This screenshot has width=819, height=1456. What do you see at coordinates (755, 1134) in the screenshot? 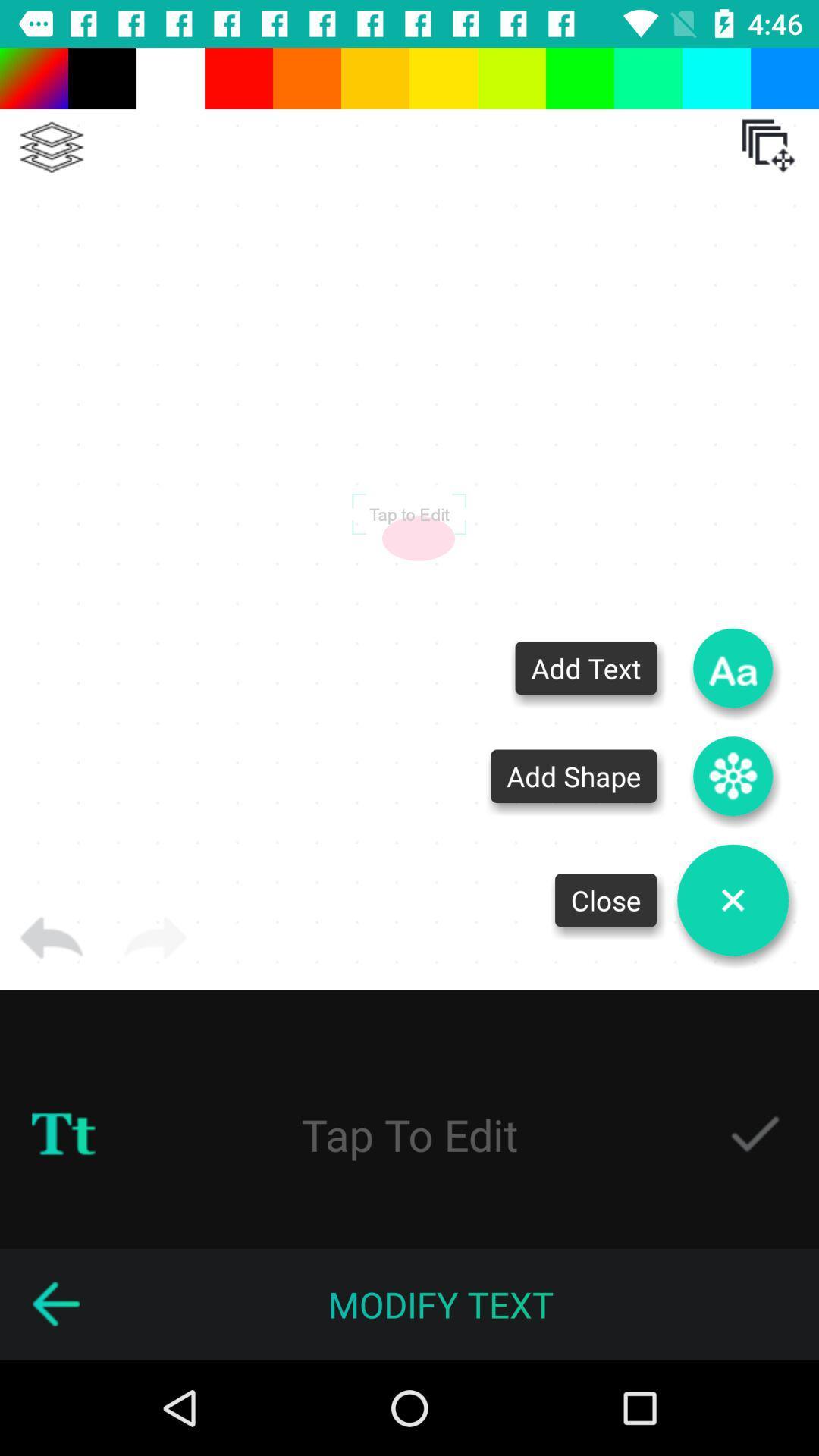
I see `mark as selected` at bounding box center [755, 1134].